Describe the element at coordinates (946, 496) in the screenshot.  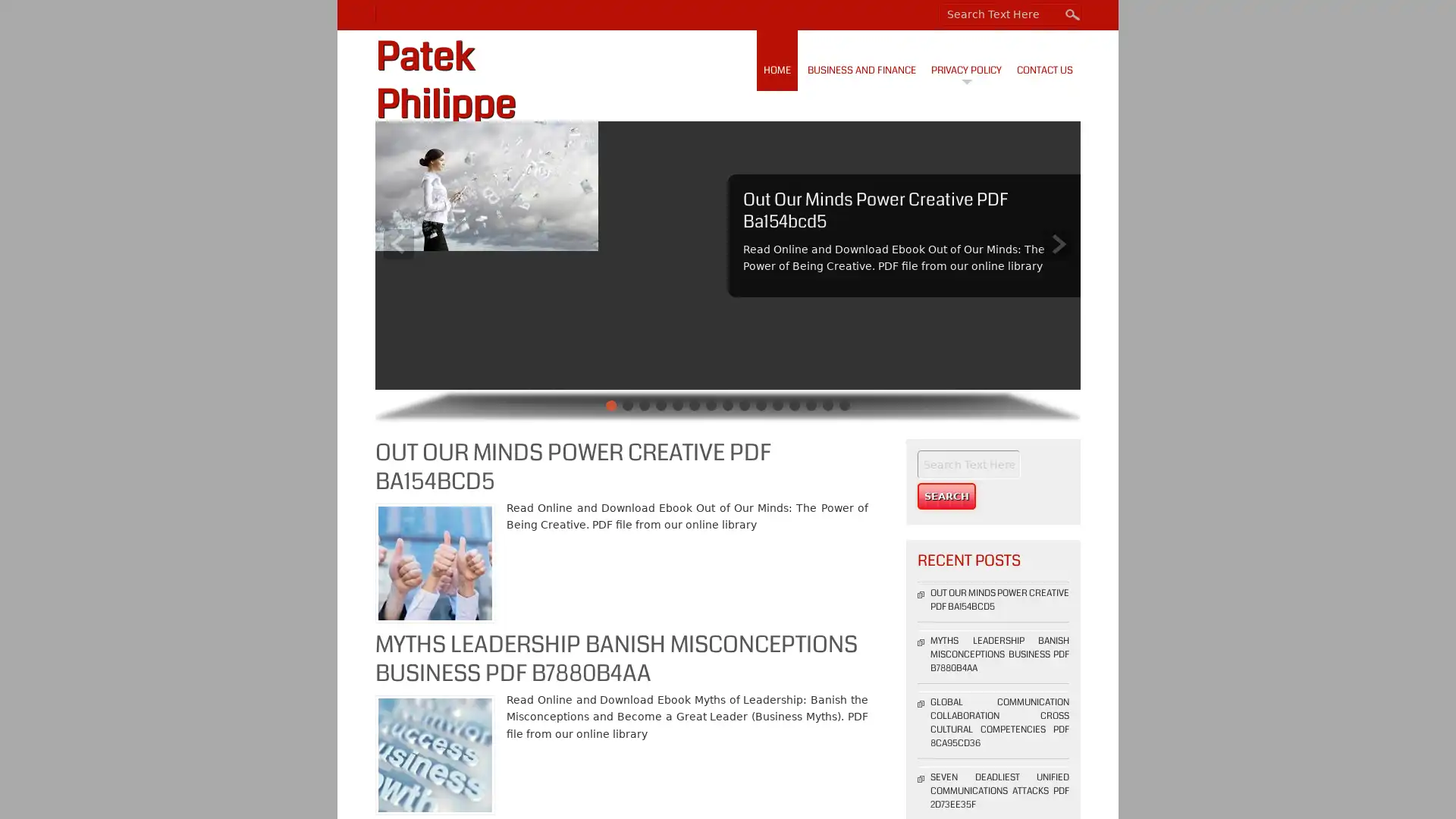
I see `Search` at that location.